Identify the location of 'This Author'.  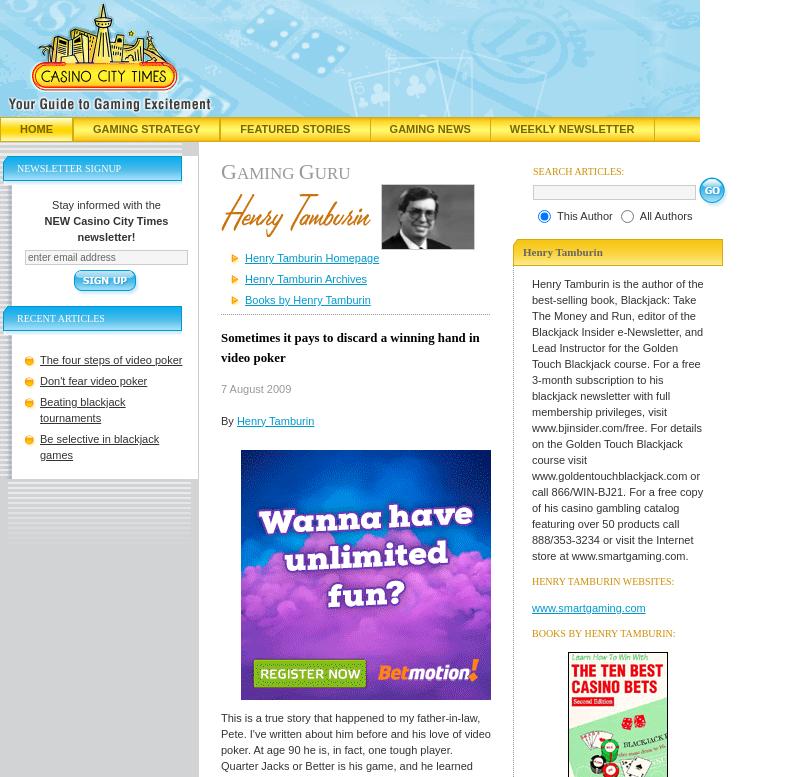
(583, 215).